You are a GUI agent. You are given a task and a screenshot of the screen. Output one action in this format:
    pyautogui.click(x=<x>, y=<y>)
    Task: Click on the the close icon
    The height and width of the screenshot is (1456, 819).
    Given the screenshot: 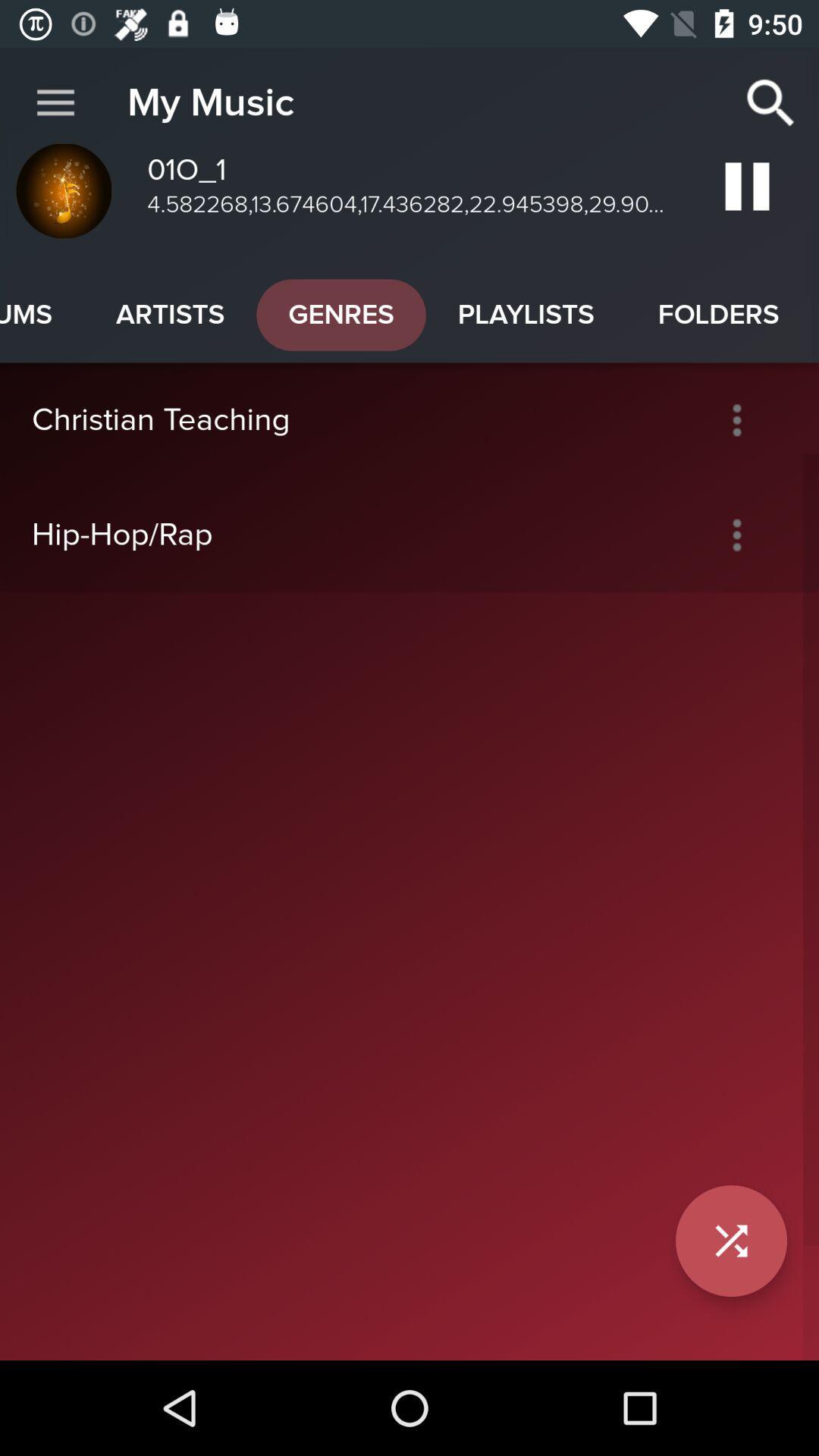 What is the action you would take?
    pyautogui.click(x=730, y=1241)
    